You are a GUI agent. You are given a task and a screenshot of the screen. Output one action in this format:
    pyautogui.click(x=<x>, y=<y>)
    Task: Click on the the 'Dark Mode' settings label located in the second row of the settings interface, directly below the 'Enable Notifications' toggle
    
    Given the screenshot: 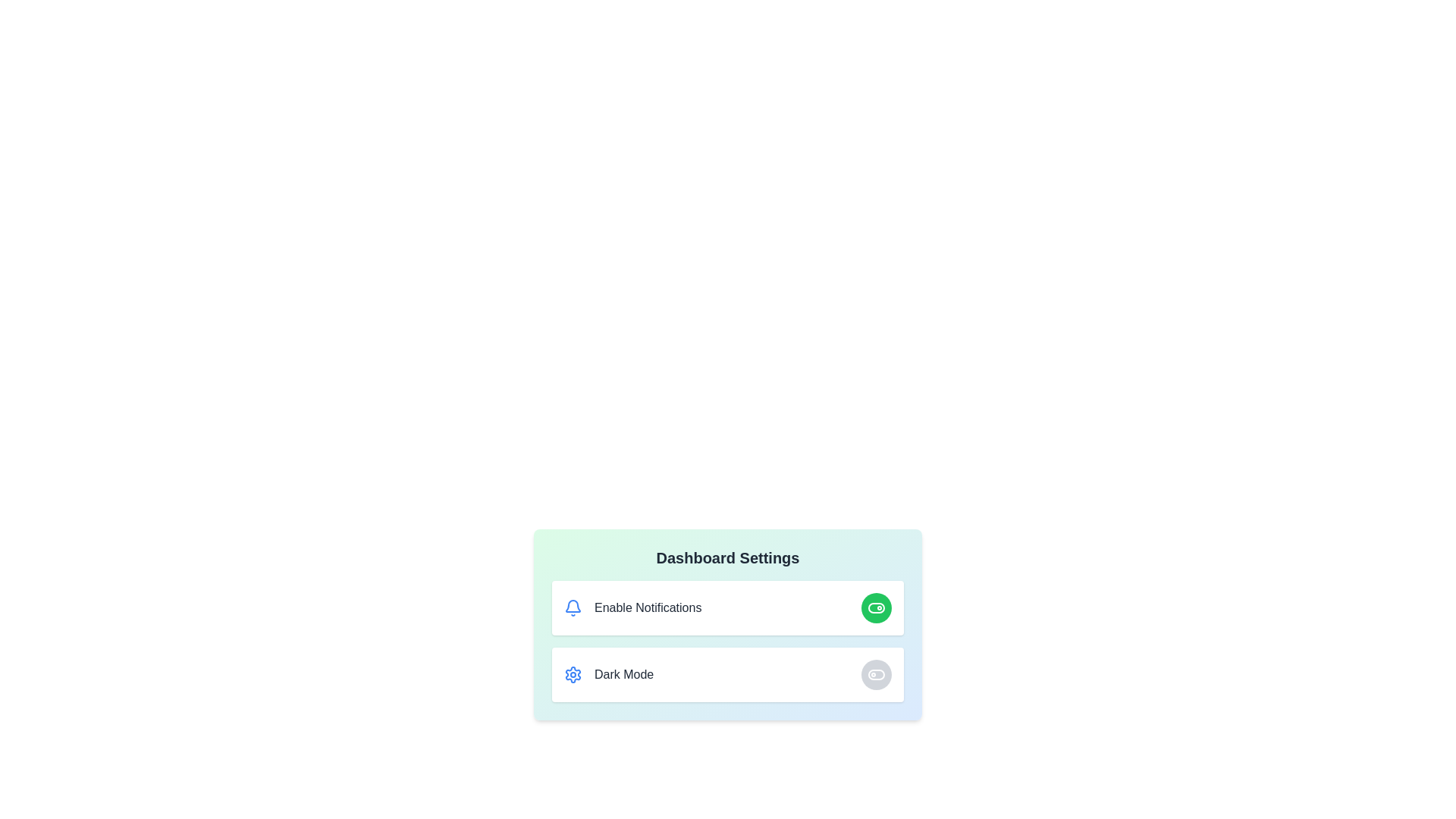 What is the action you would take?
    pyautogui.click(x=609, y=674)
    